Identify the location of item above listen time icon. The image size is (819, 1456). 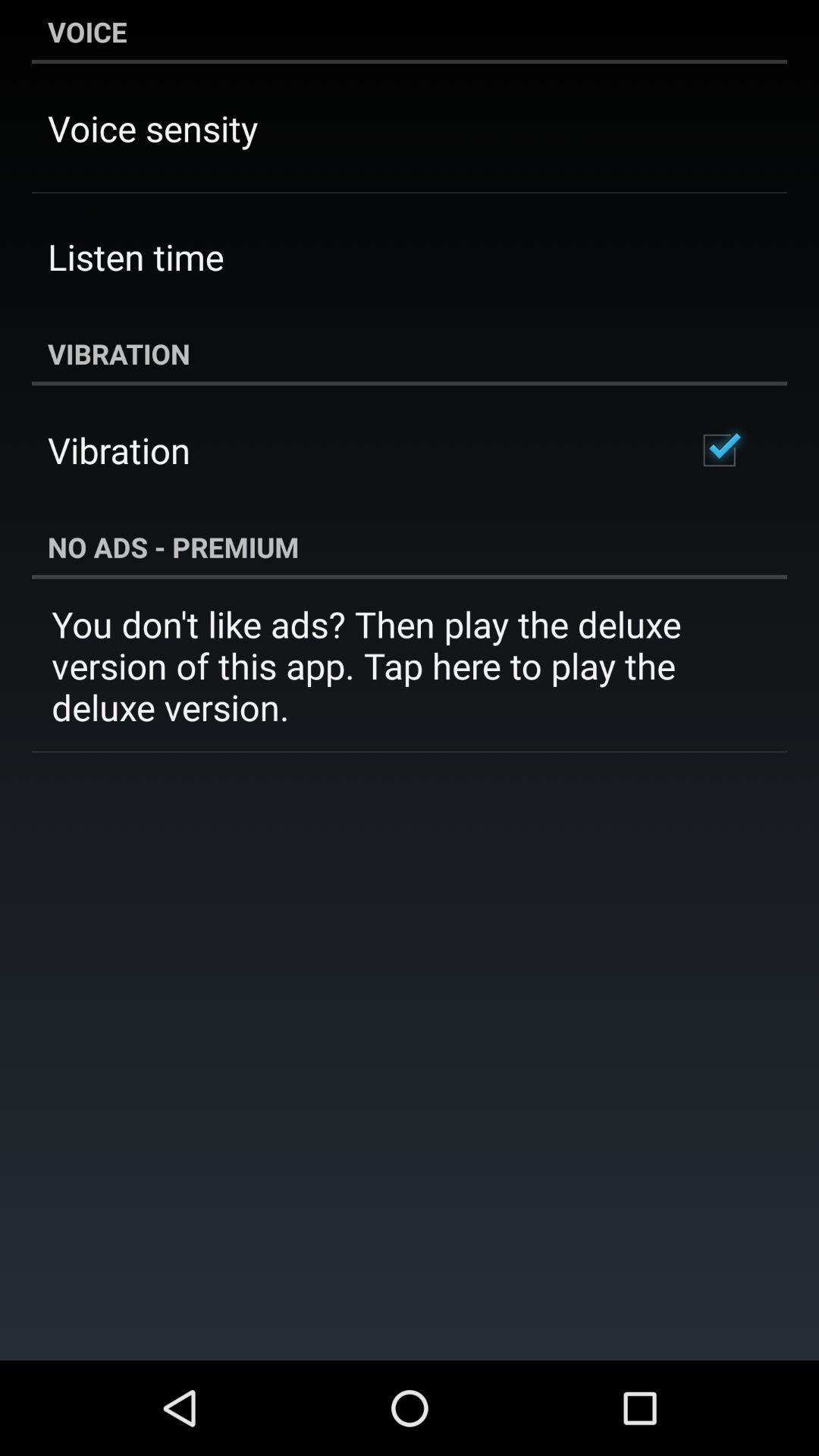
(152, 128).